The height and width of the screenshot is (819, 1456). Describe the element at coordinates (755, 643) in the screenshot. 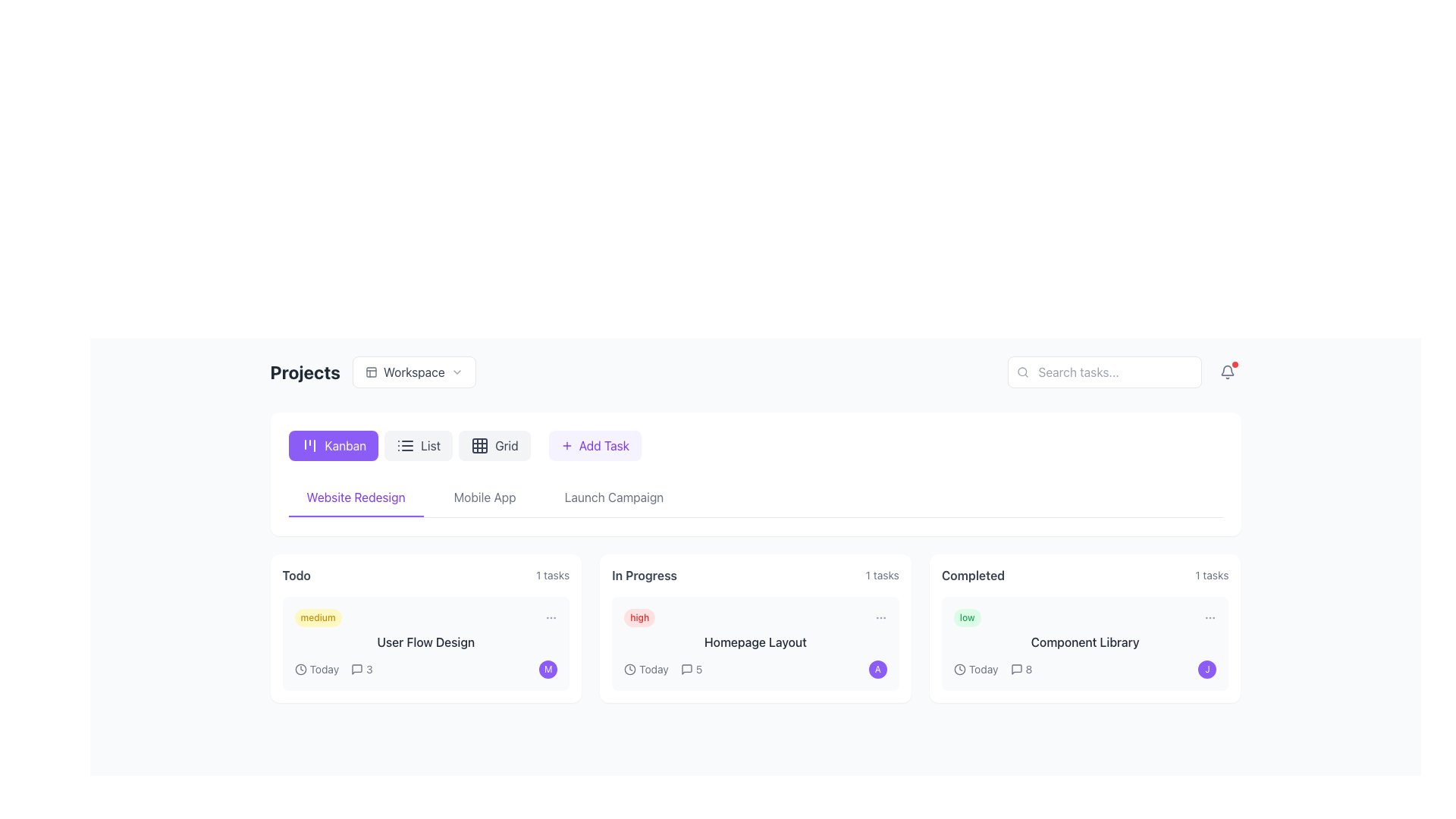

I see `the 'Homepage Layout' task card in the 'In Progress' column` at that location.